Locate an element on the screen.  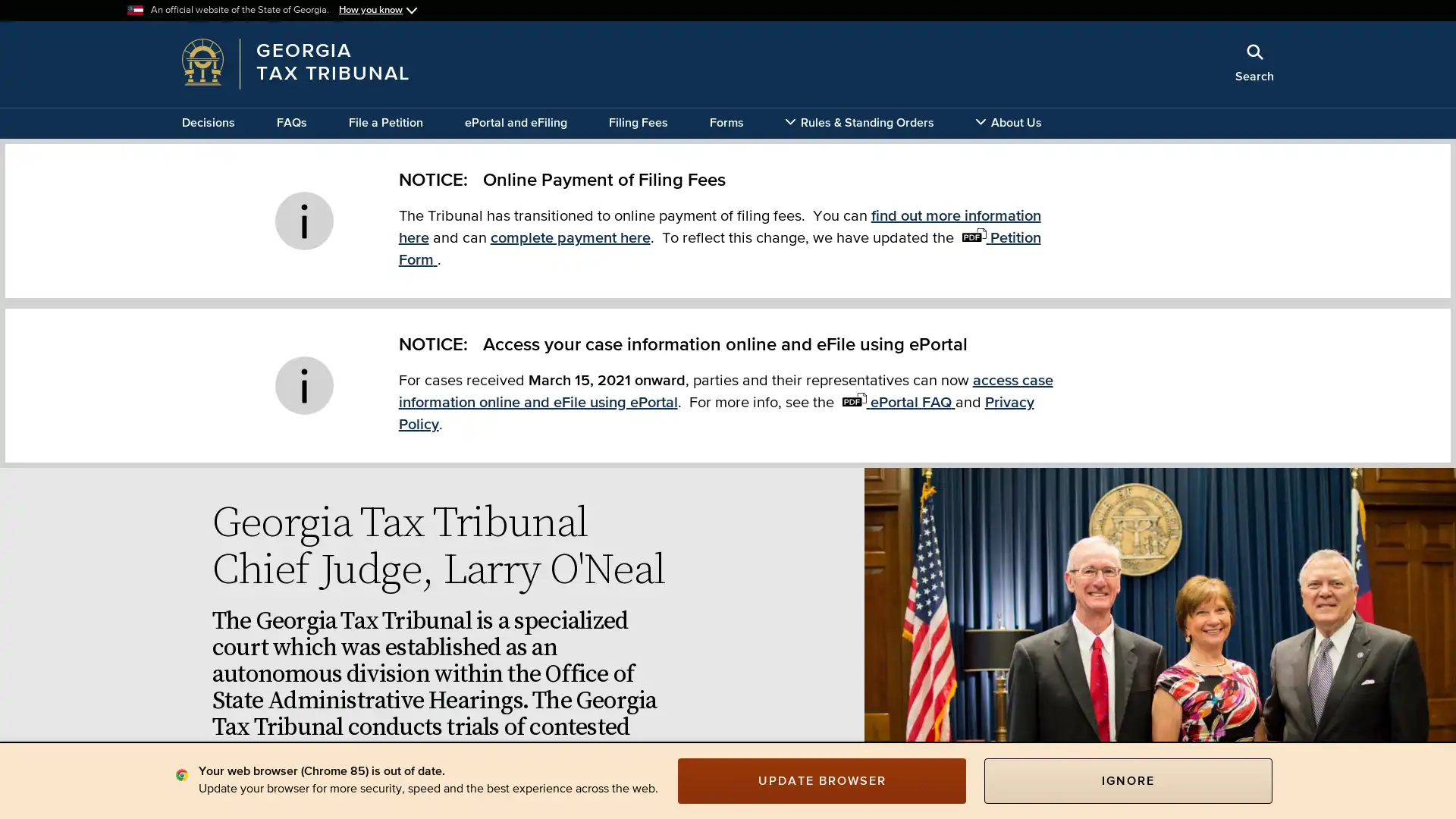
IGNORE is located at coordinates (1128, 780).